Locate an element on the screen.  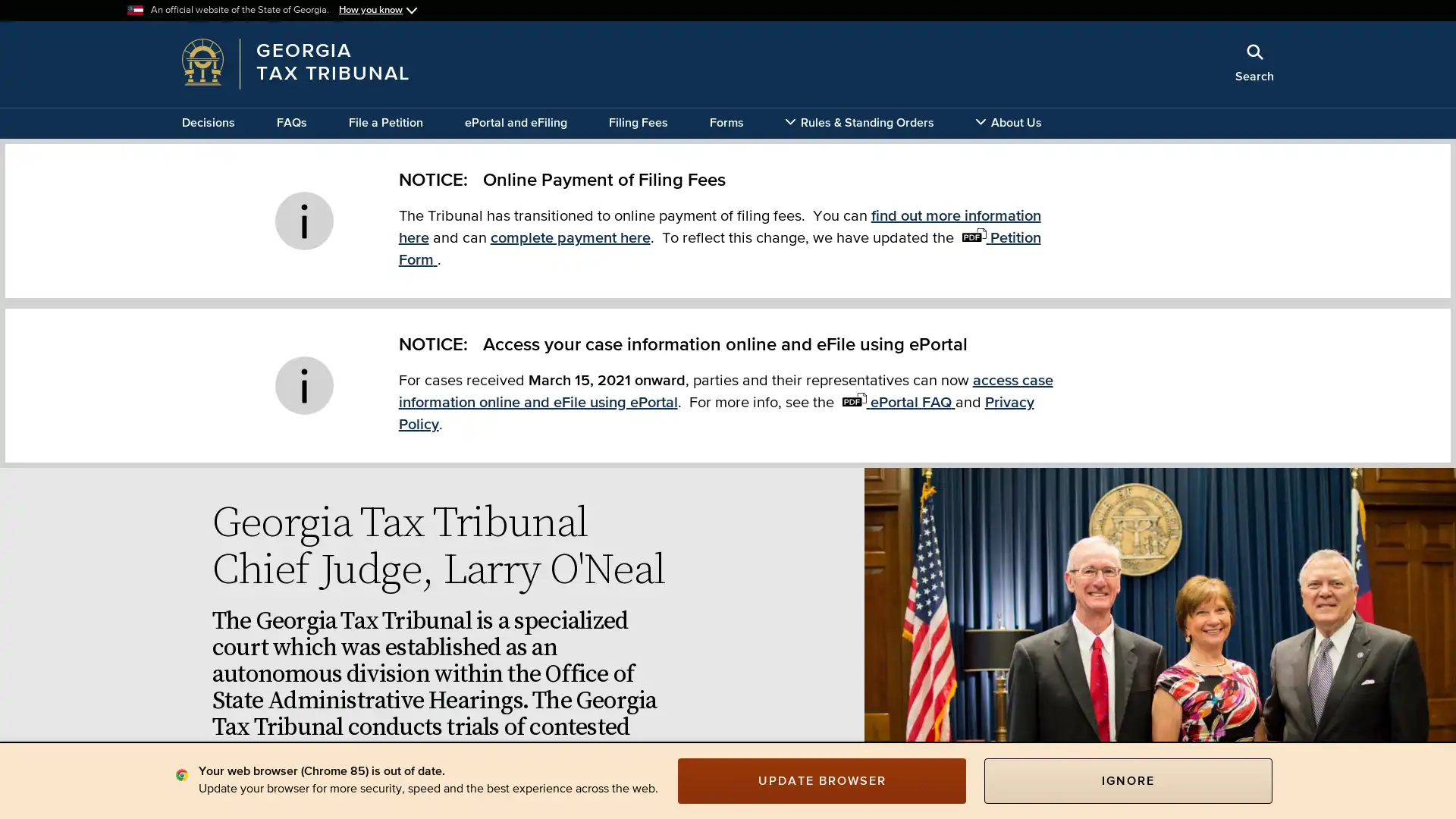
IGNORE is located at coordinates (1128, 780).